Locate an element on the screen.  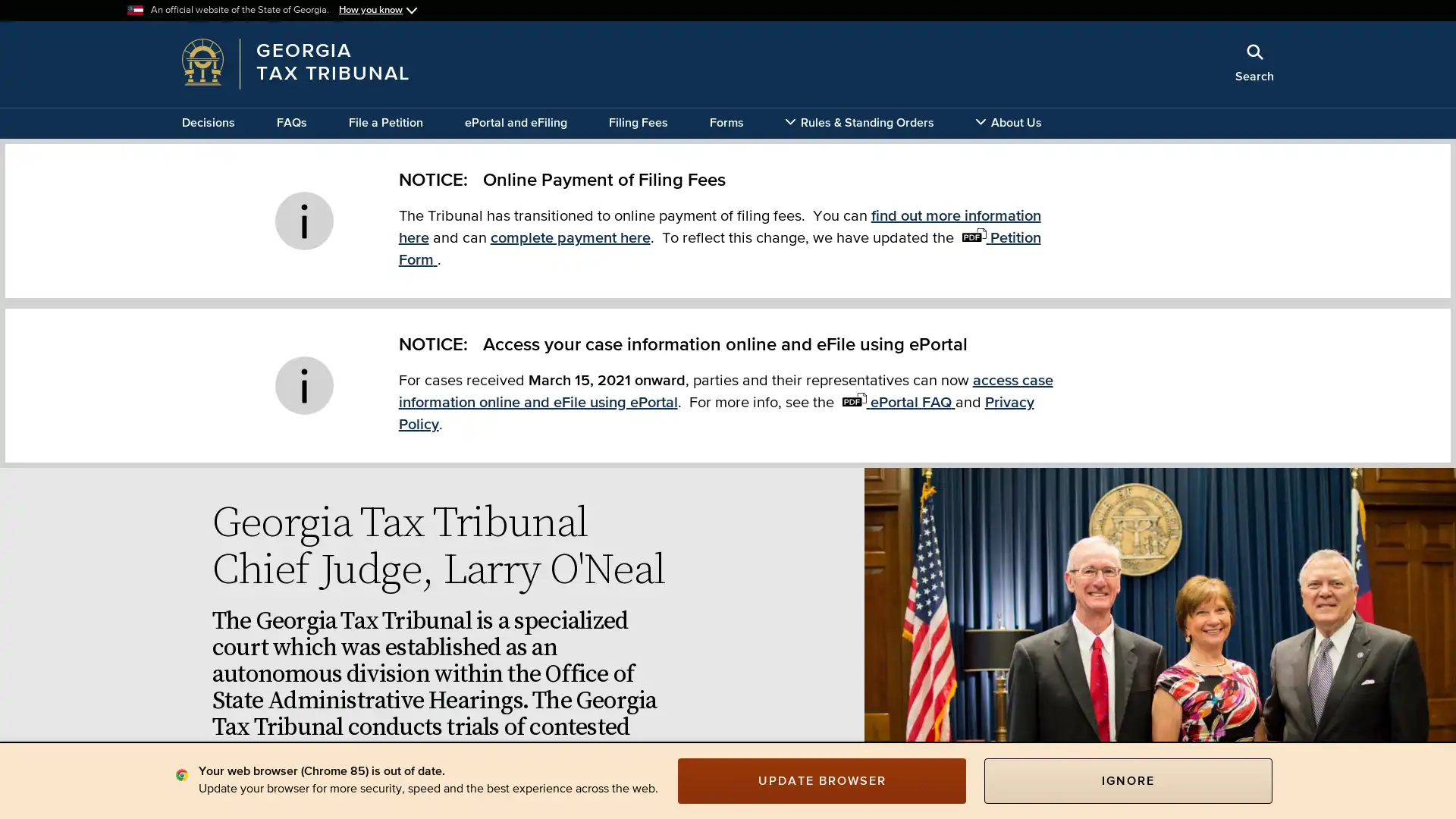
IGNORE is located at coordinates (1128, 780).